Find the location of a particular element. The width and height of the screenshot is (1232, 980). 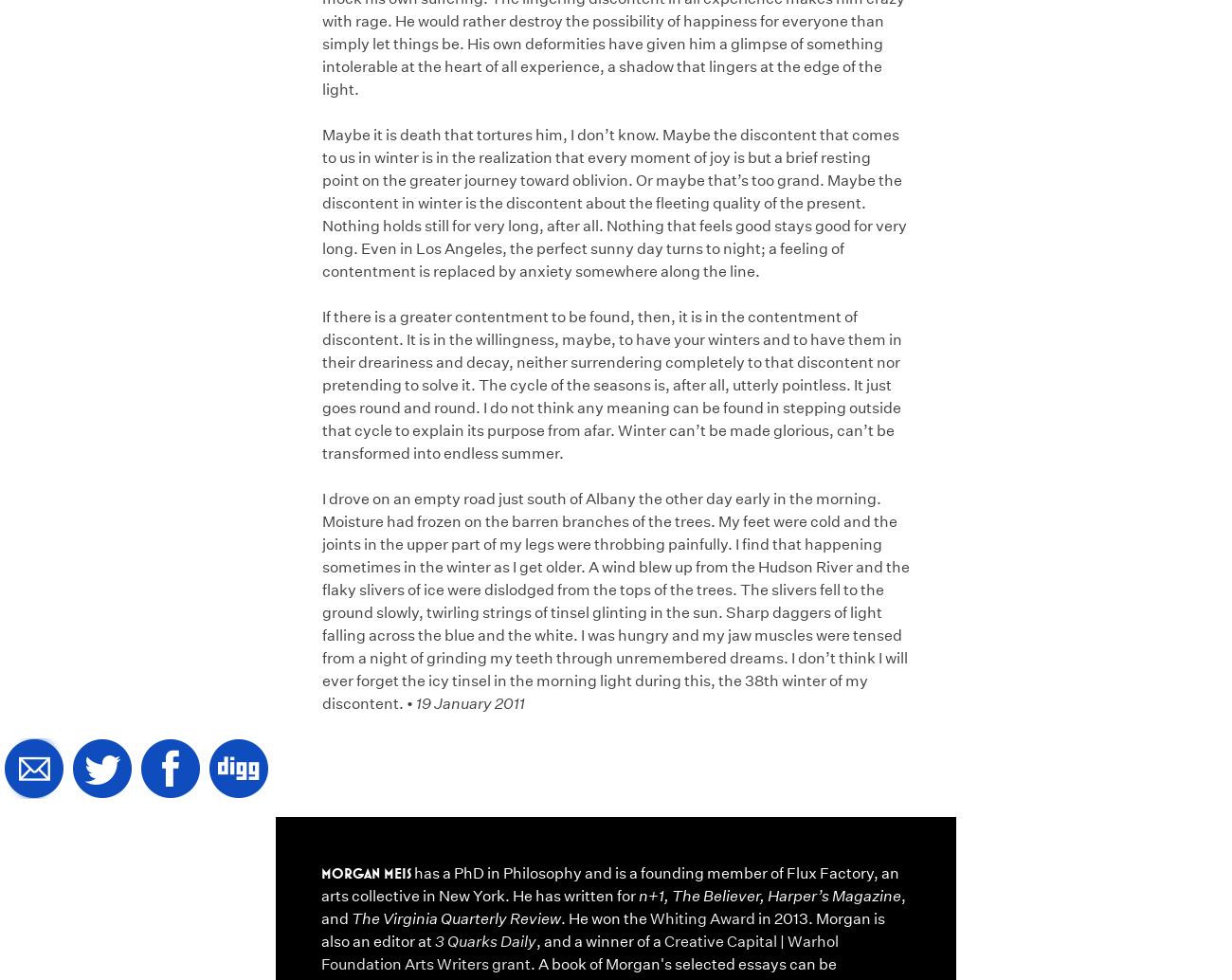

'Whiting Award' is located at coordinates (649, 916).